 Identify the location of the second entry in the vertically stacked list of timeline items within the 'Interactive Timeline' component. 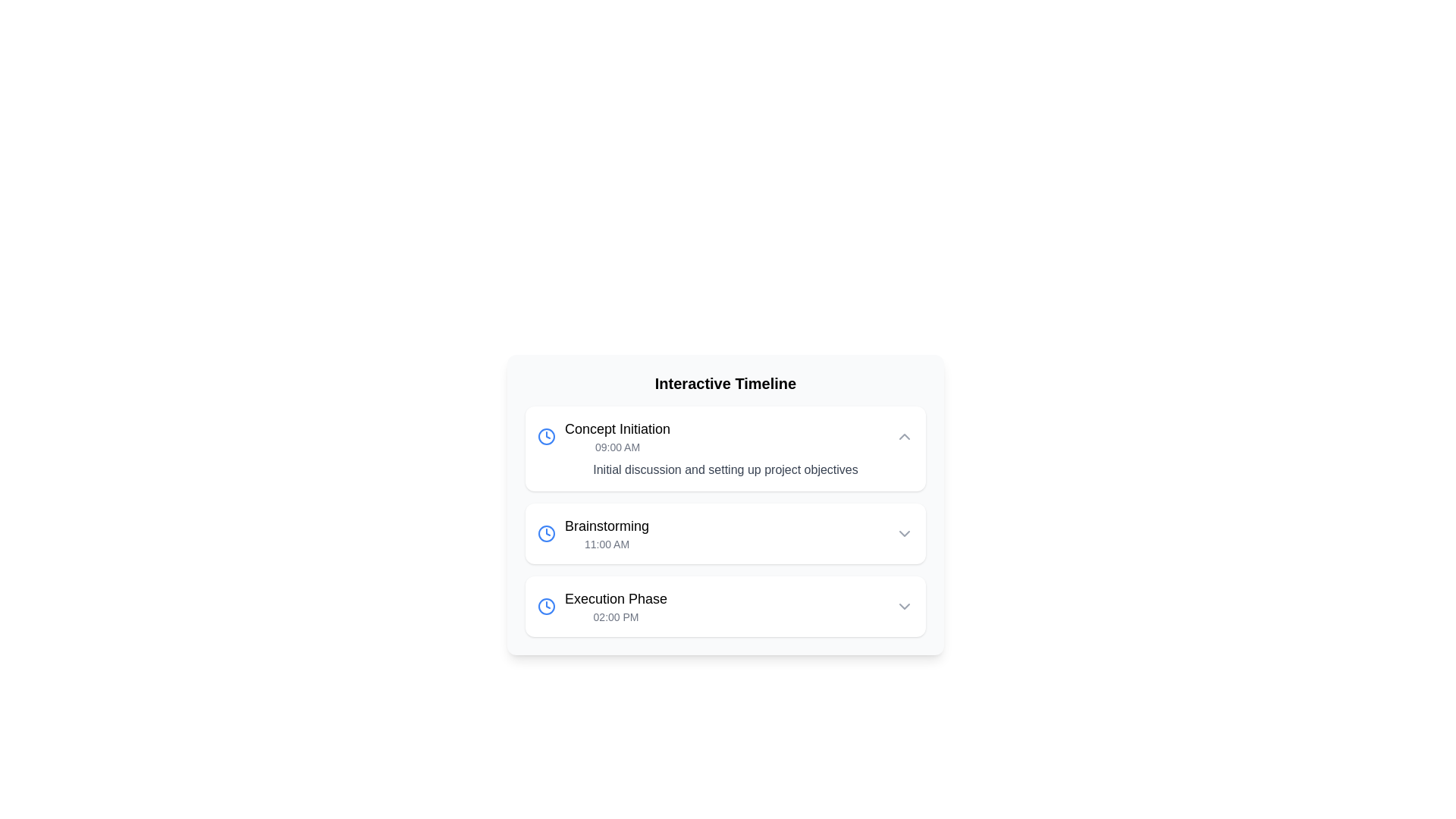
(724, 520).